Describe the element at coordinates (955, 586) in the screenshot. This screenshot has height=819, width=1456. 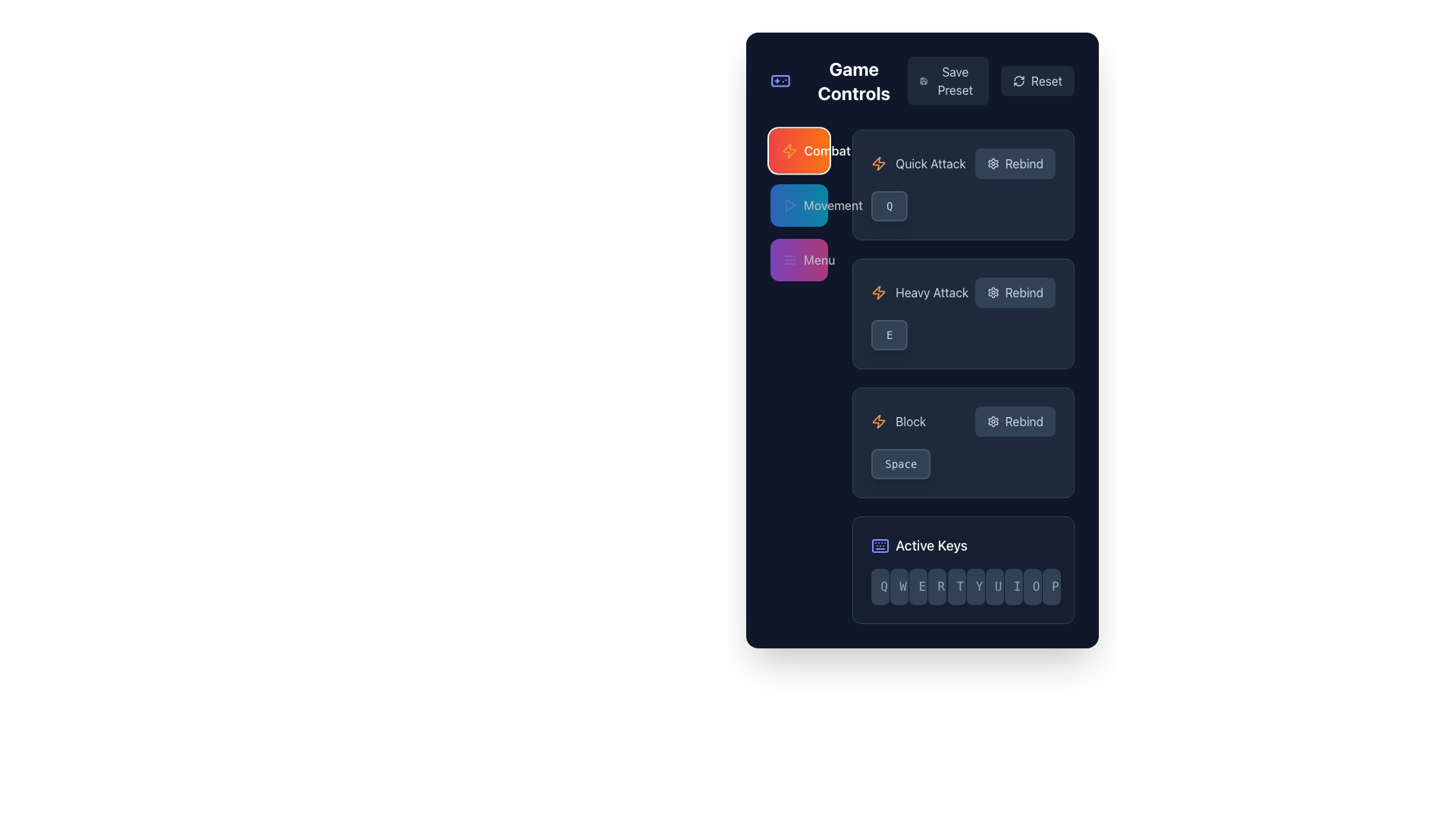
I see `the fifth button labeled 'T' in the Active Keys section, which has a slate-gray color with rounded corners` at that location.